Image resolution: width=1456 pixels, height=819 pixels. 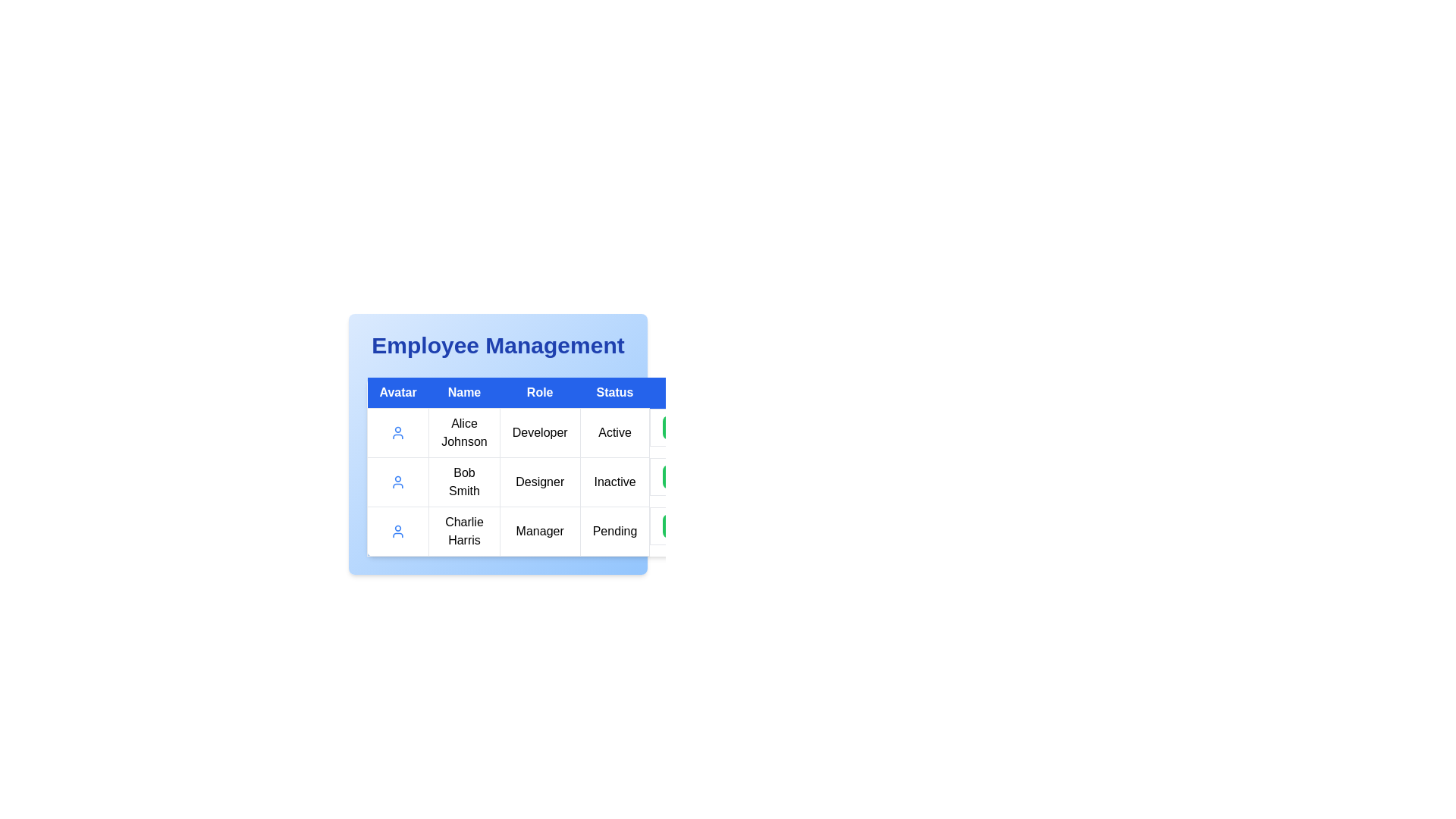 What do you see at coordinates (540, 531) in the screenshot?
I see `the text display indicating the role or job position` at bounding box center [540, 531].